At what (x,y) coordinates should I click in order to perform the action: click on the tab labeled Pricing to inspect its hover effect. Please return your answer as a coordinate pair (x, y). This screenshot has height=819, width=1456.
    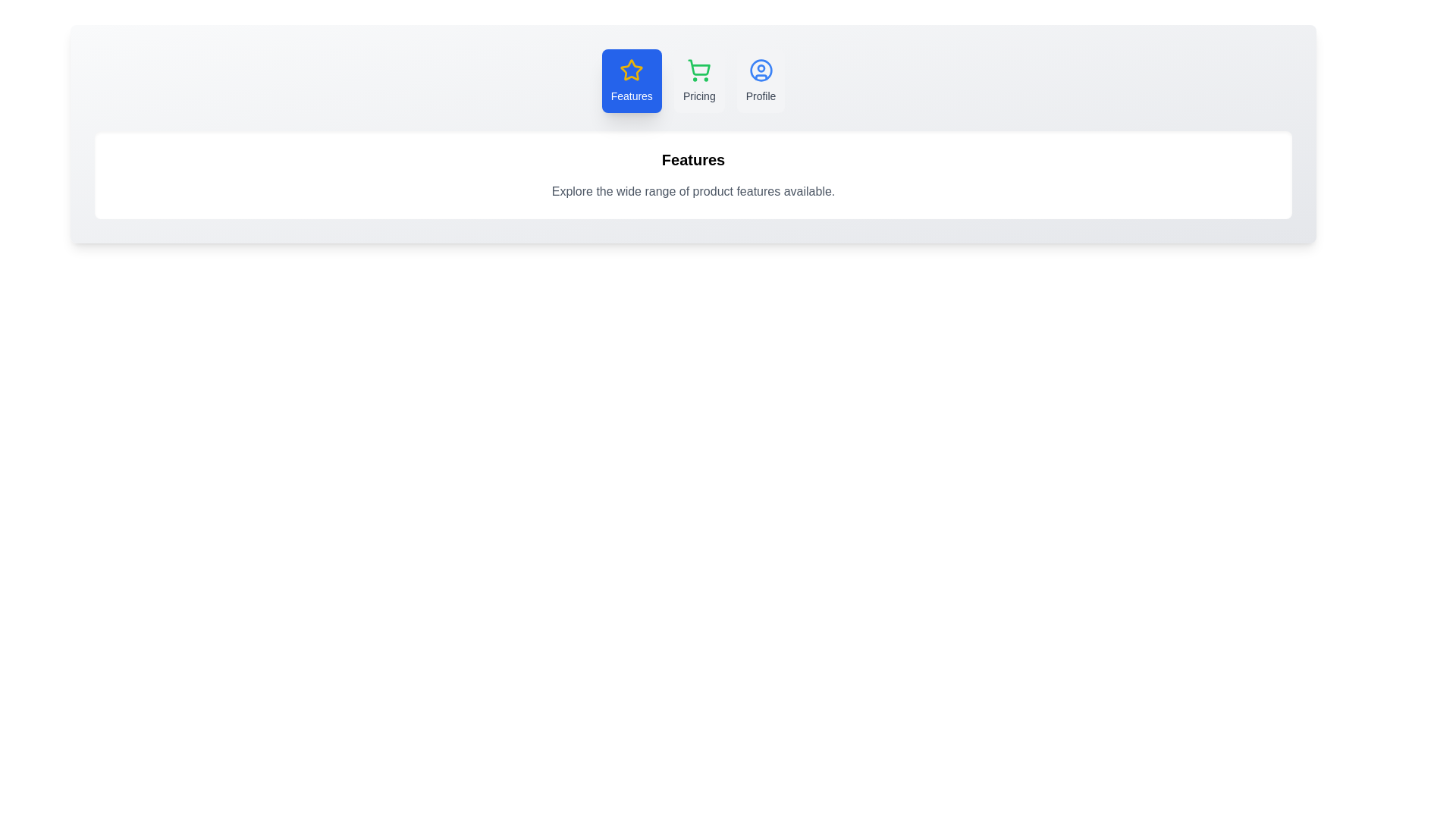
    Looking at the image, I should click on (698, 81).